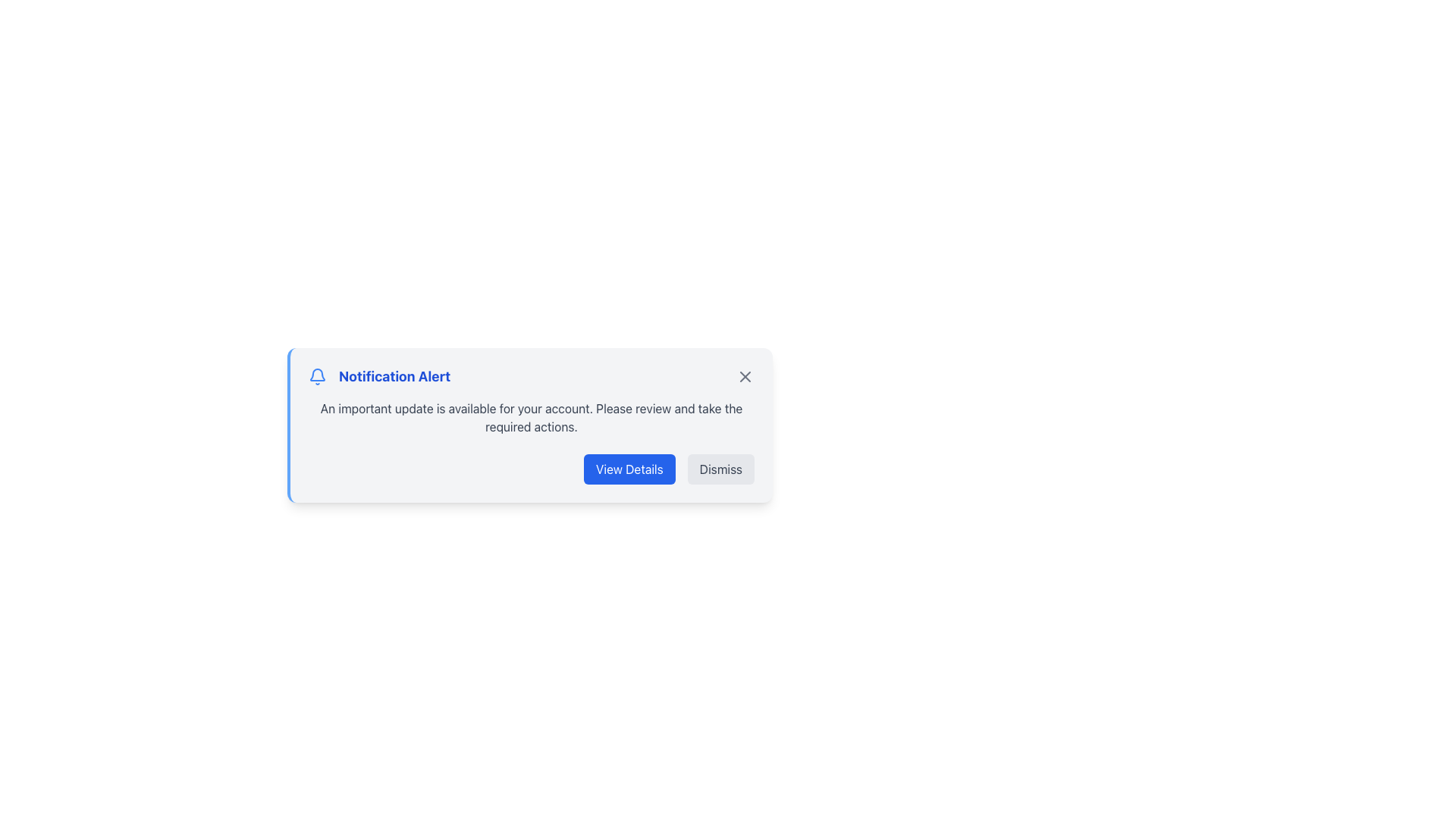 The image size is (1456, 819). What do you see at coordinates (745, 376) in the screenshot?
I see `the gray 'X' button in the top-right corner of the notification card` at bounding box center [745, 376].